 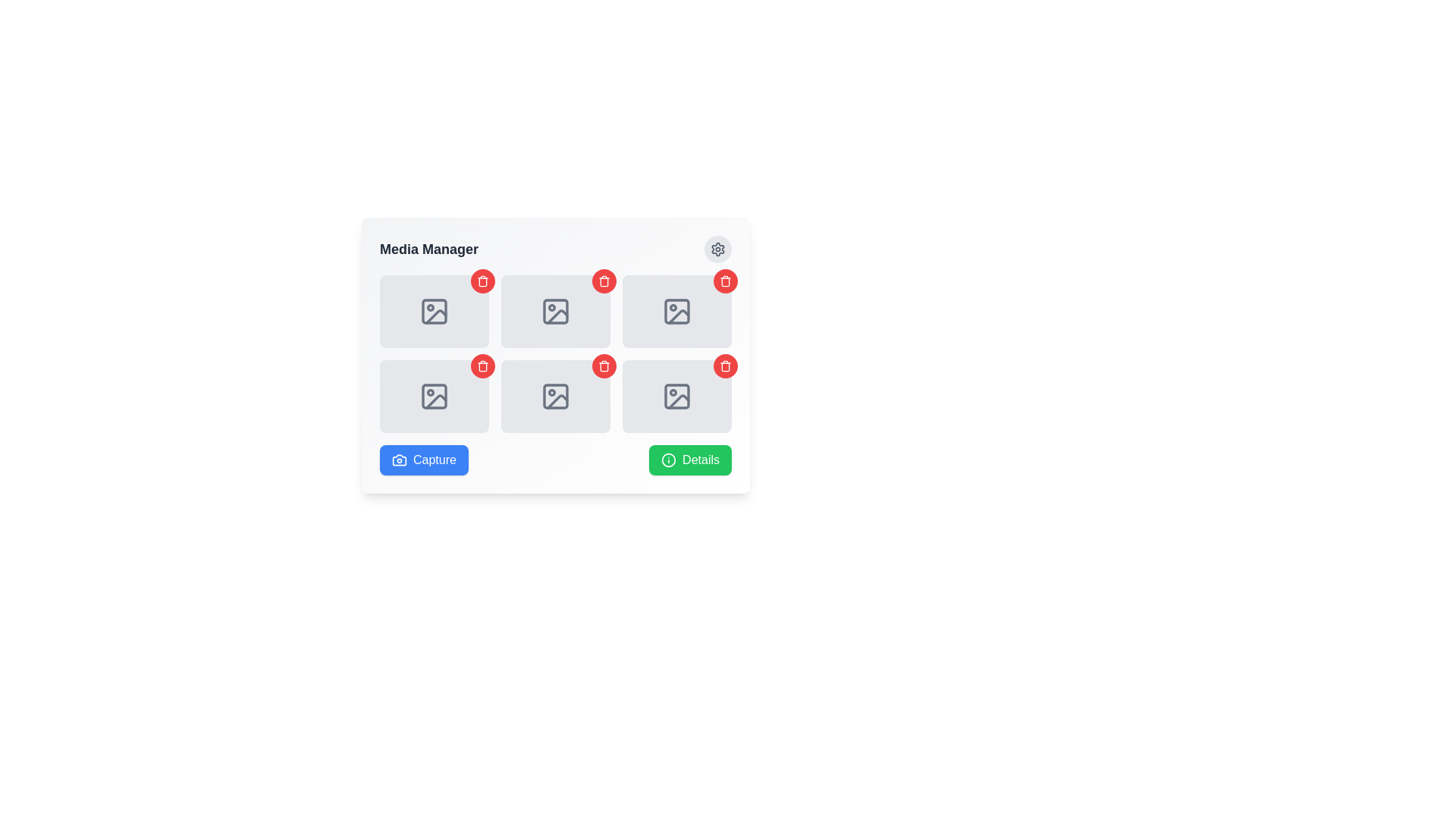 What do you see at coordinates (676, 396) in the screenshot?
I see `the media tile located in the third row and third column of the grid` at bounding box center [676, 396].